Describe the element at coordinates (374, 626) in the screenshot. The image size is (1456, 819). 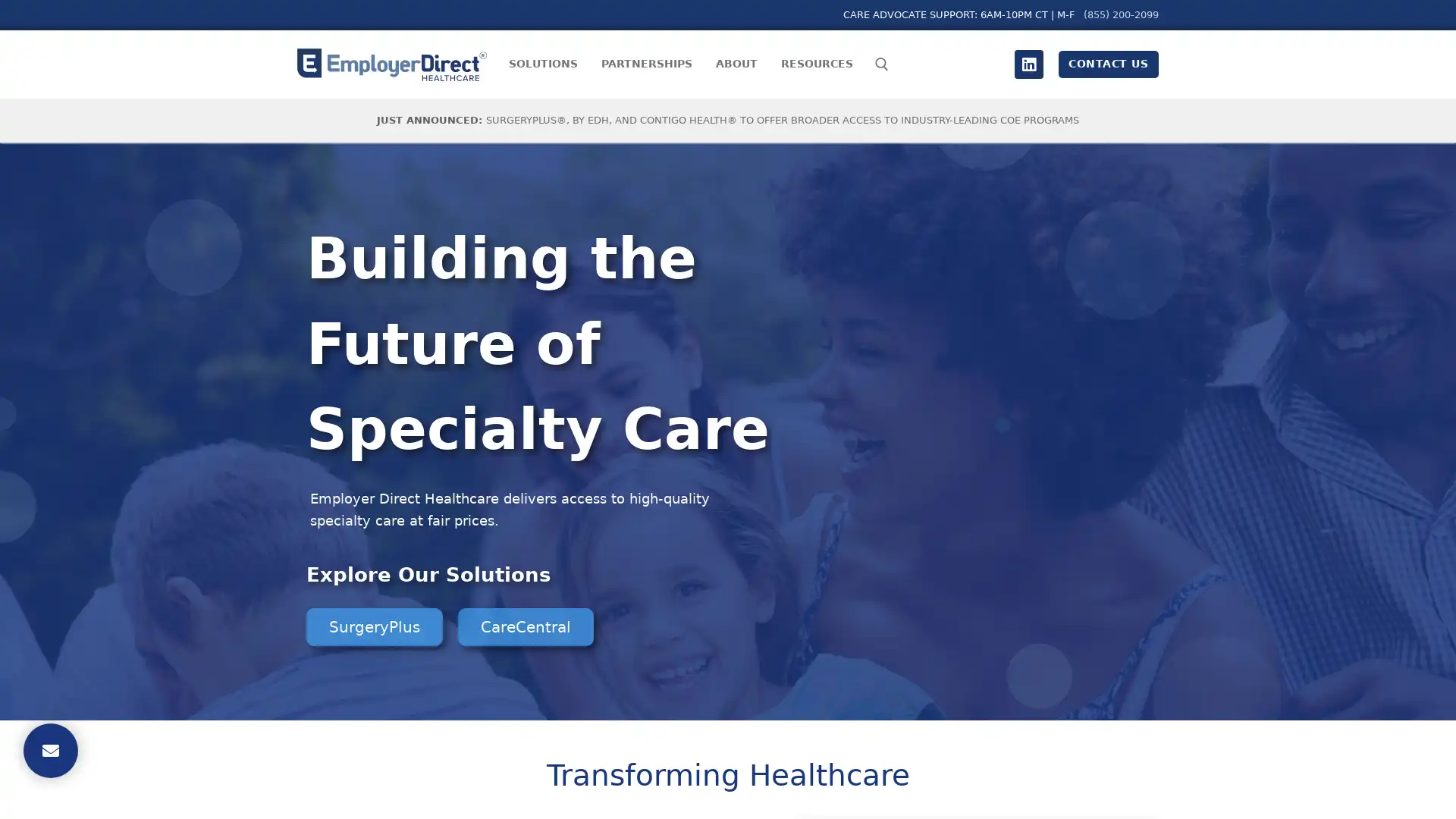
I see `SurgeryPlus` at that location.